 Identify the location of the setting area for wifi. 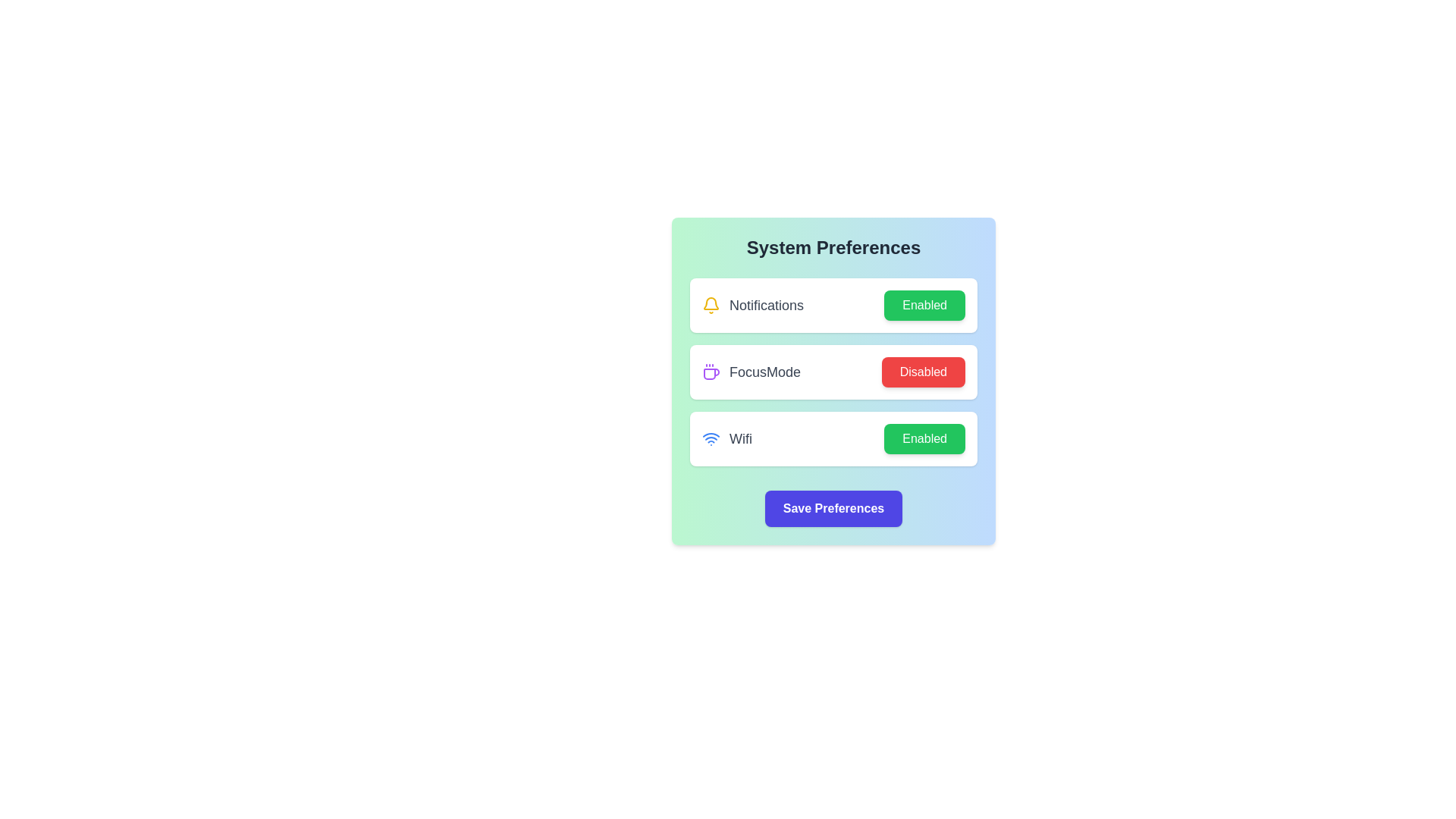
(833, 438).